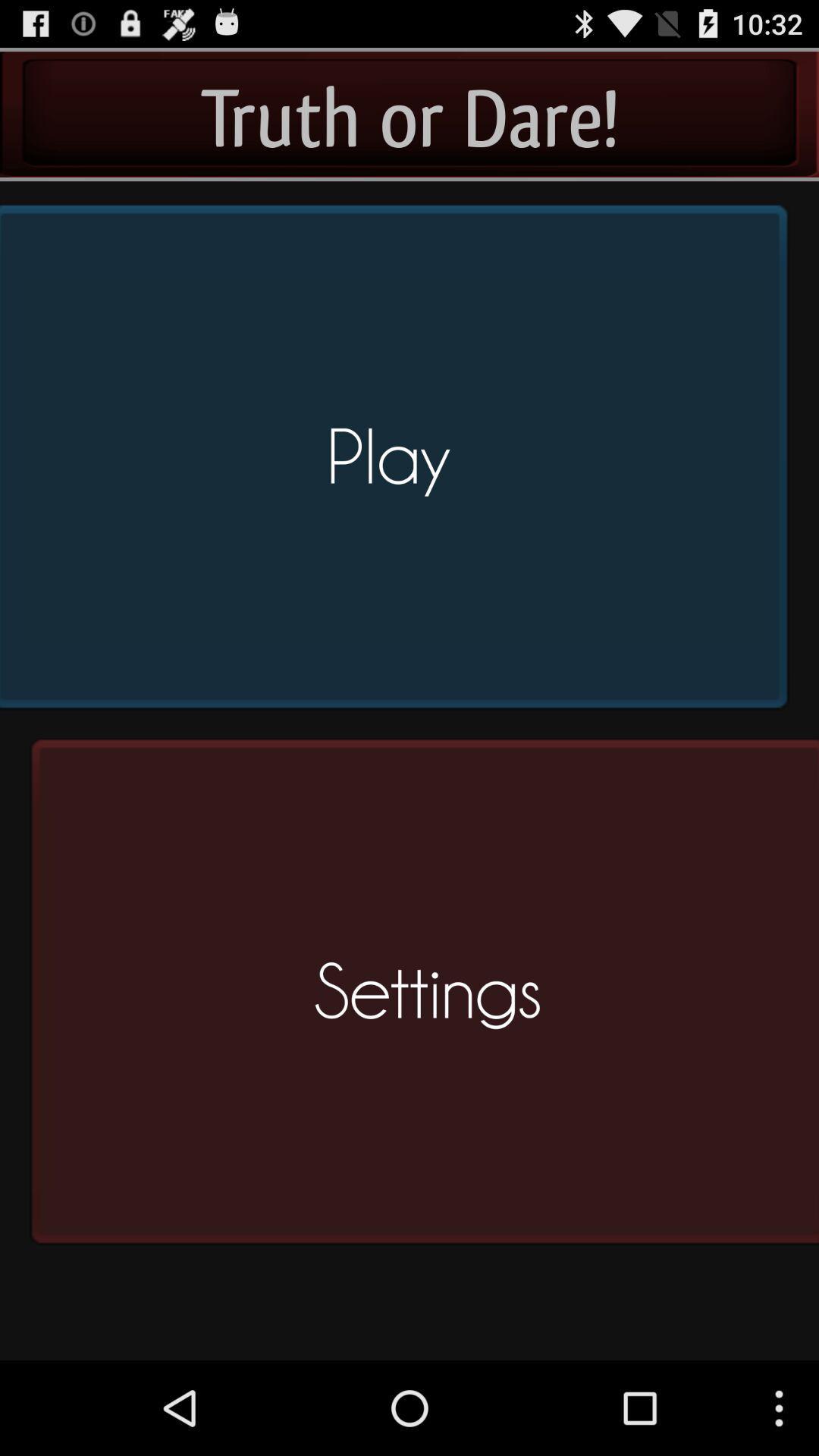  Describe the element at coordinates (398, 463) in the screenshot. I see `the icon above settings icon` at that location.